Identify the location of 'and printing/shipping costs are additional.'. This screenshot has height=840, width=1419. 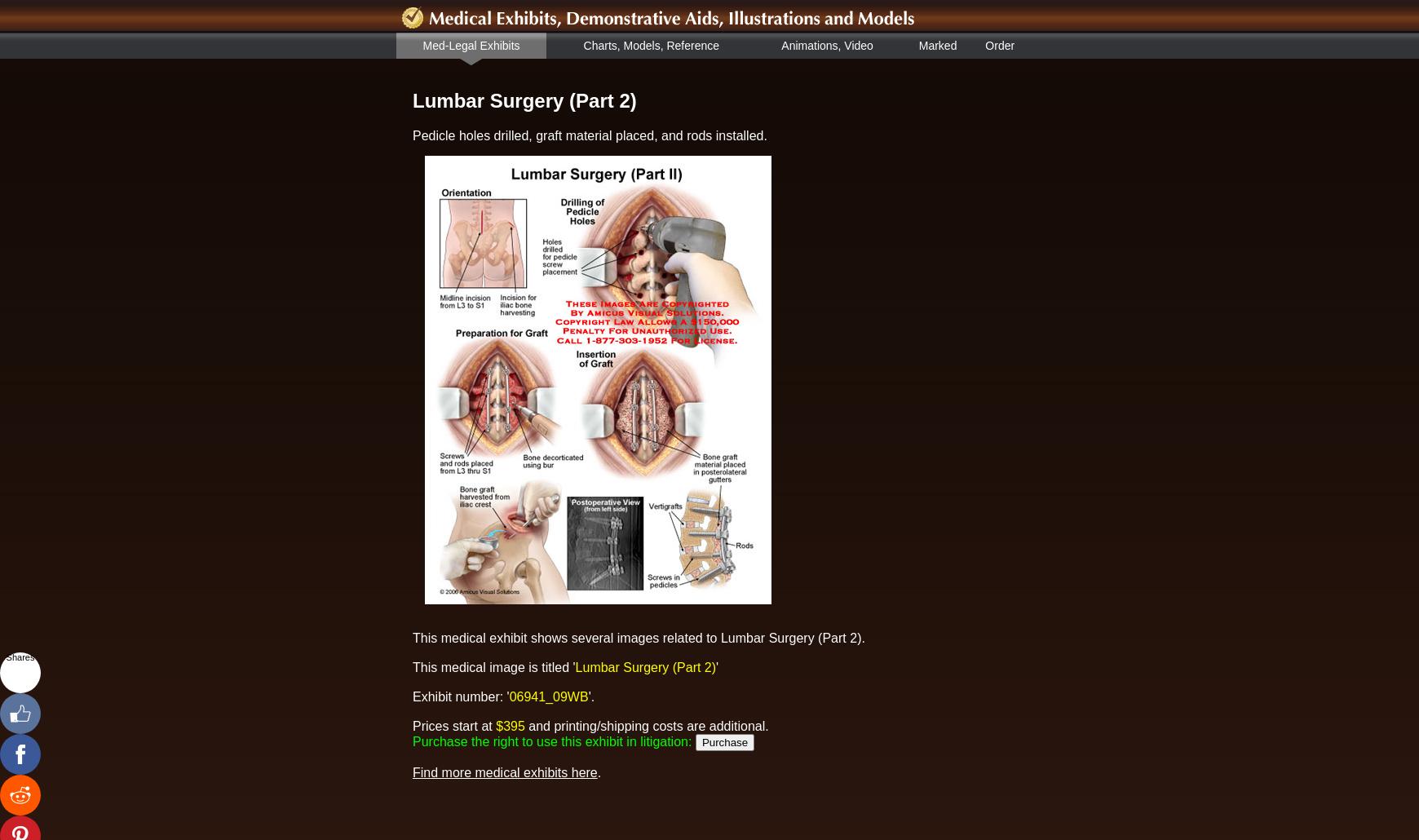
(523, 725).